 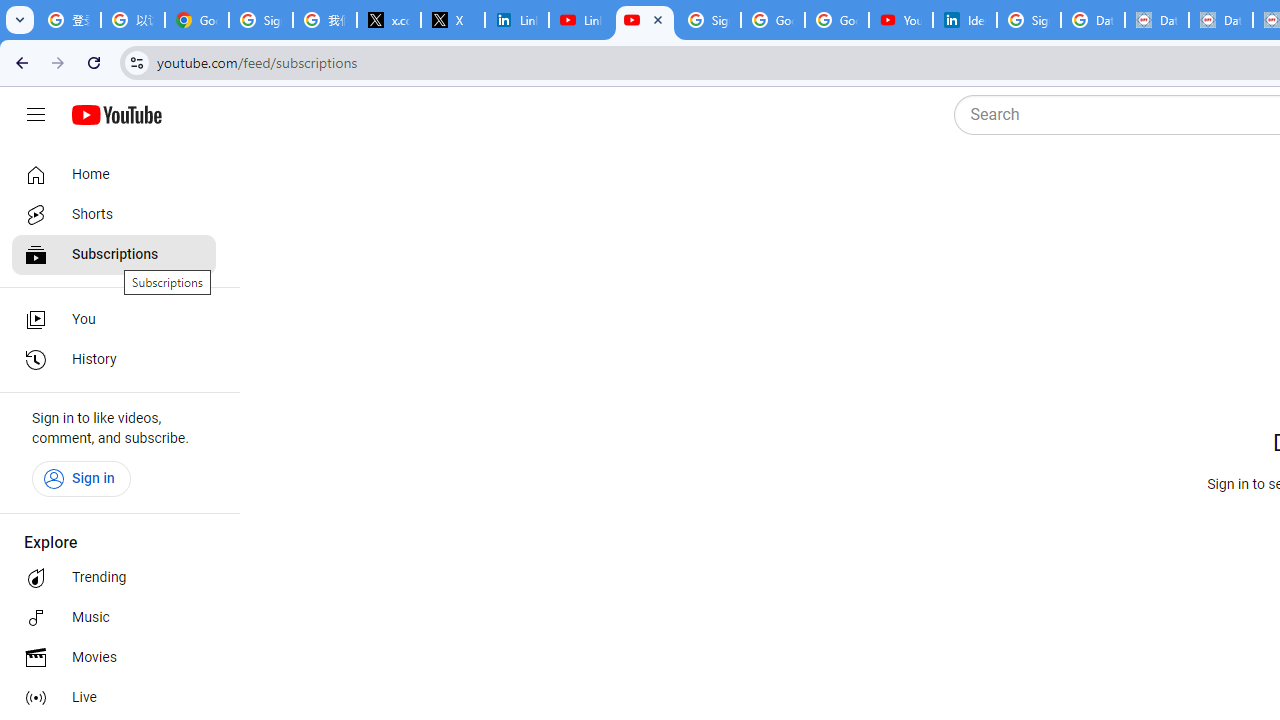 I want to click on 'Guide', so click(x=35, y=115).